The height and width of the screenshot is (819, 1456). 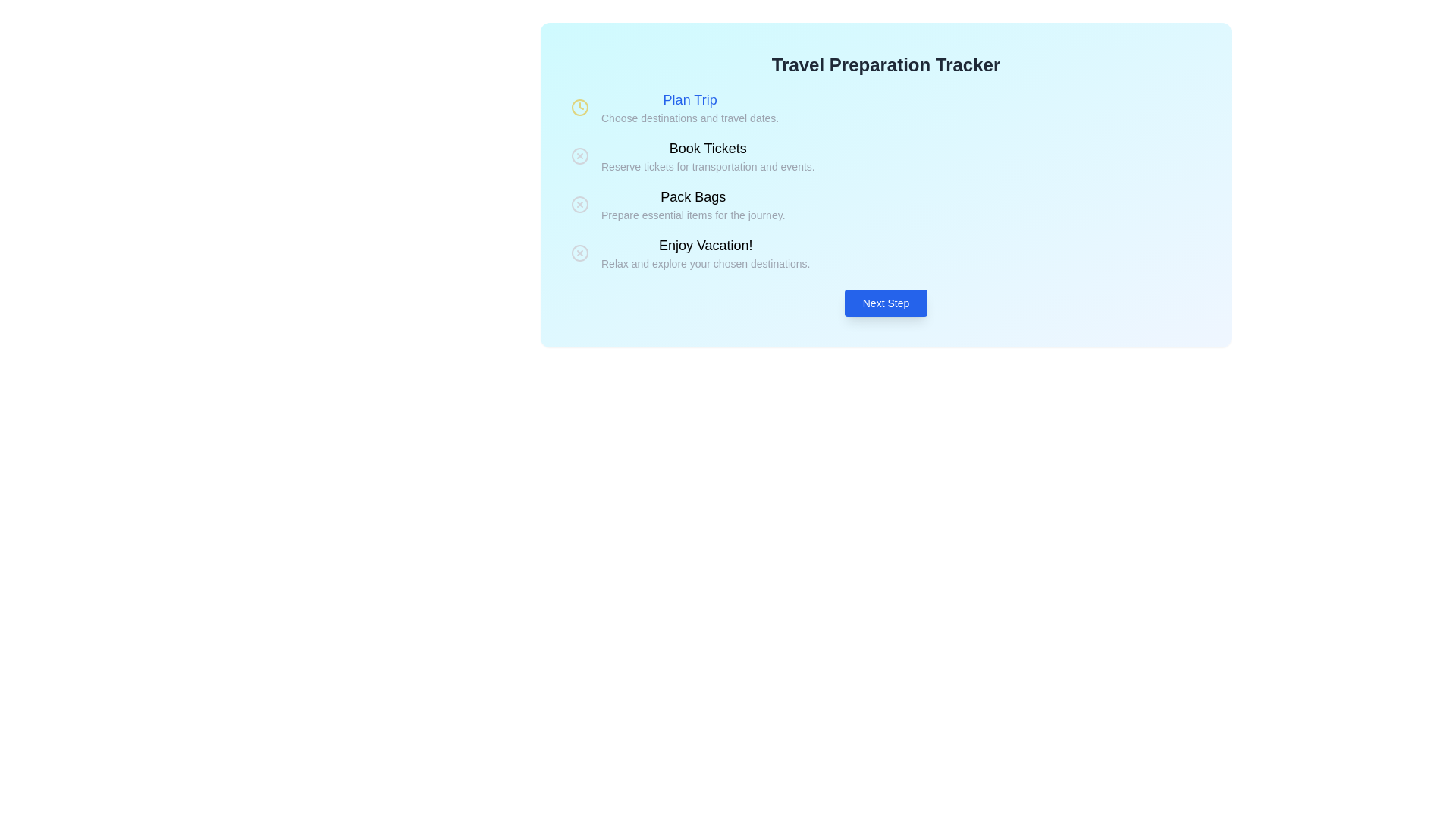 What do you see at coordinates (579, 155) in the screenshot?
I see `the Decorative indicator icon for the 'Book Tickets' section, which is the second icon in a vertically stacked list, located to the left of the text 'Book Tickets'` at bounding box center [579, 155].